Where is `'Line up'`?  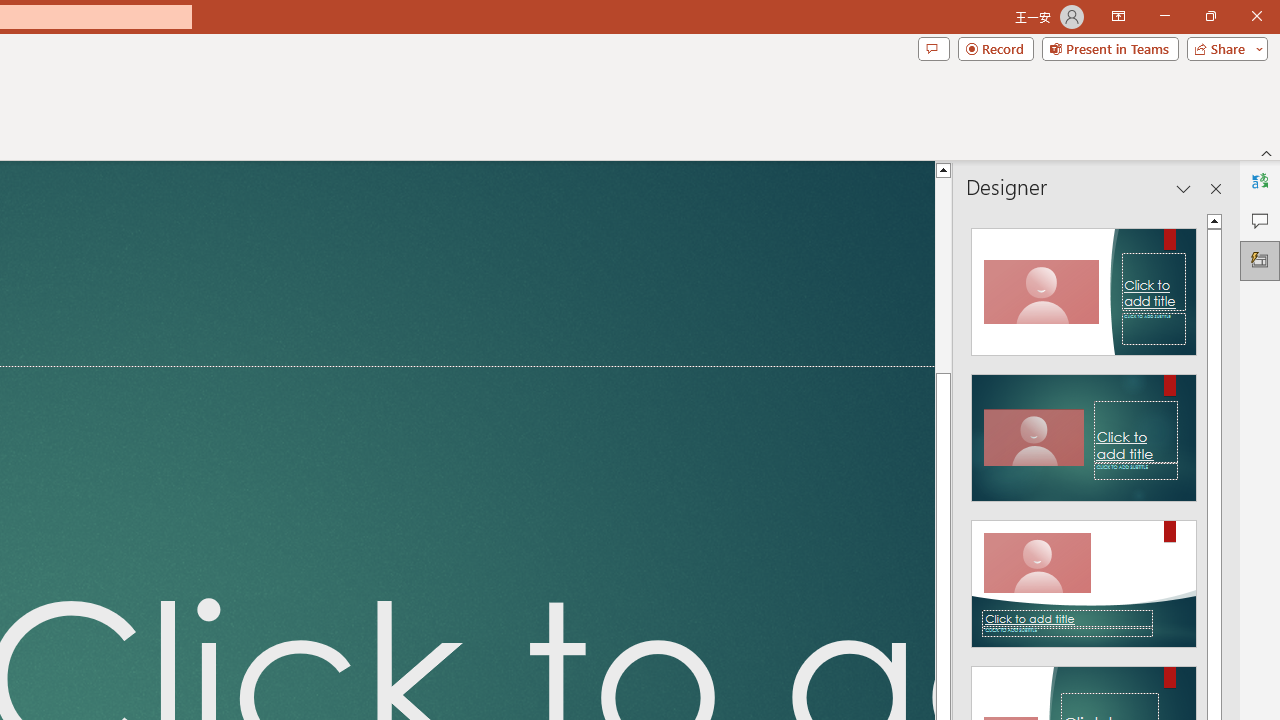
'Line up' is located at coordinates (942, 168).